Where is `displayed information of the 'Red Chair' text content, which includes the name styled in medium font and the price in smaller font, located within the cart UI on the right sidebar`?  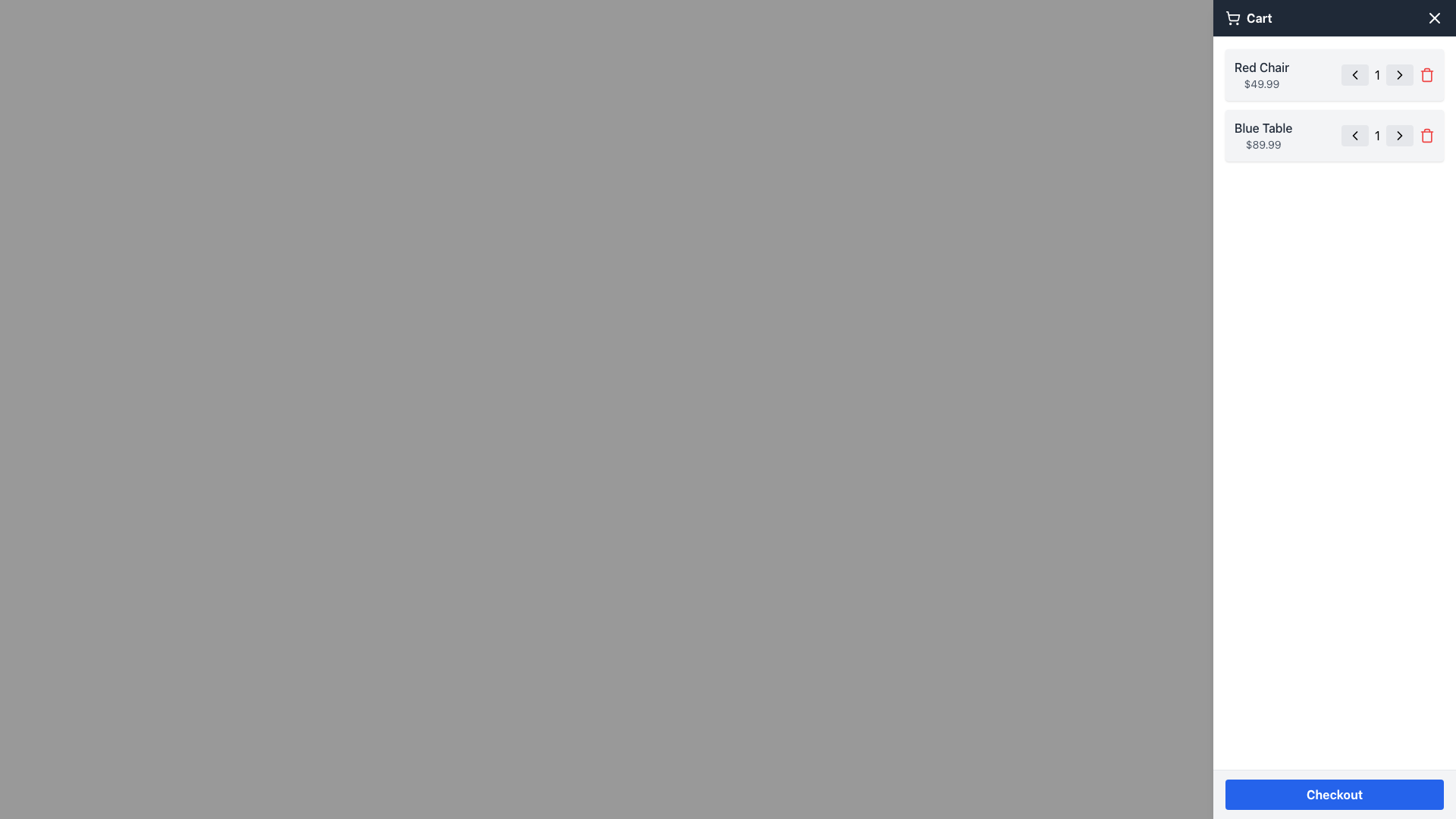 displayed information of the 'Red Chair' text content, which includes the name styled in medium font and the price in smaller font, located within the cart UI on the right sidebar is located at coordinates (1262, 75).